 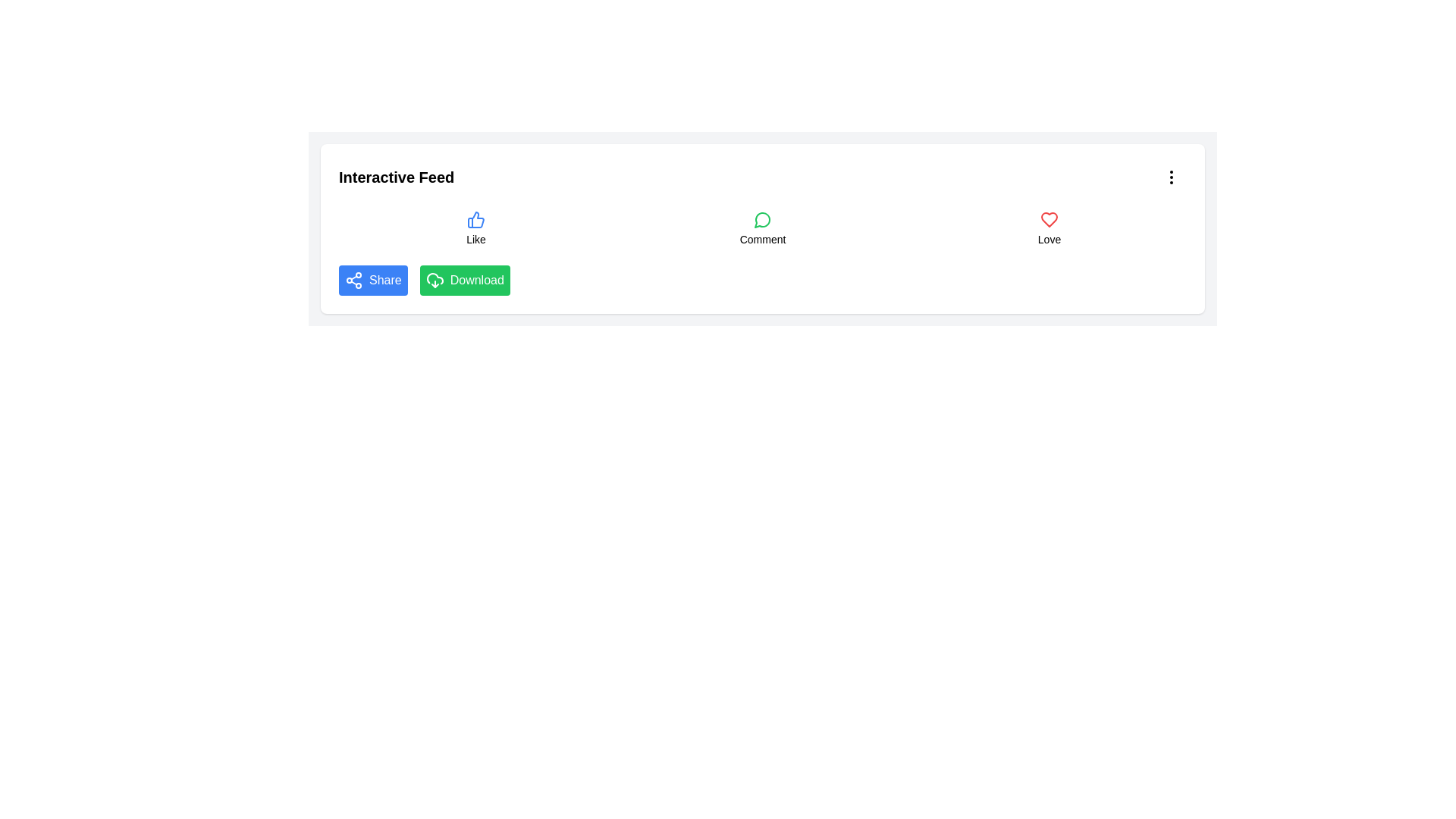 I want to click on the red heart icon located at the bottom-right area of the interactive feed section, so click(x=1048, y=219).